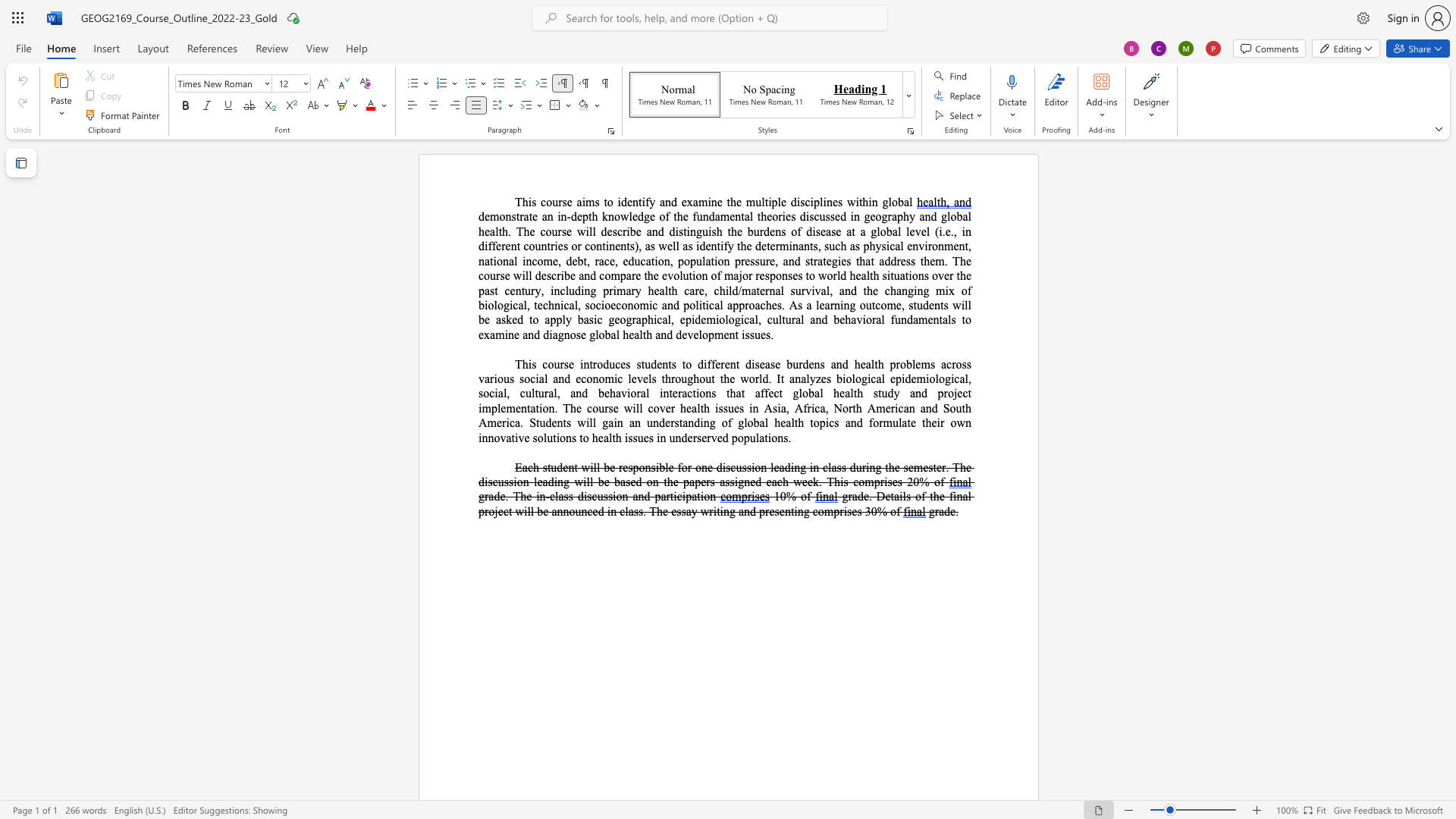  What do you see at coordinates (927, 466) in the screenshot?
I see `the space between the continuous character "e" and "s" in the text` at bounding box center [927, 466].